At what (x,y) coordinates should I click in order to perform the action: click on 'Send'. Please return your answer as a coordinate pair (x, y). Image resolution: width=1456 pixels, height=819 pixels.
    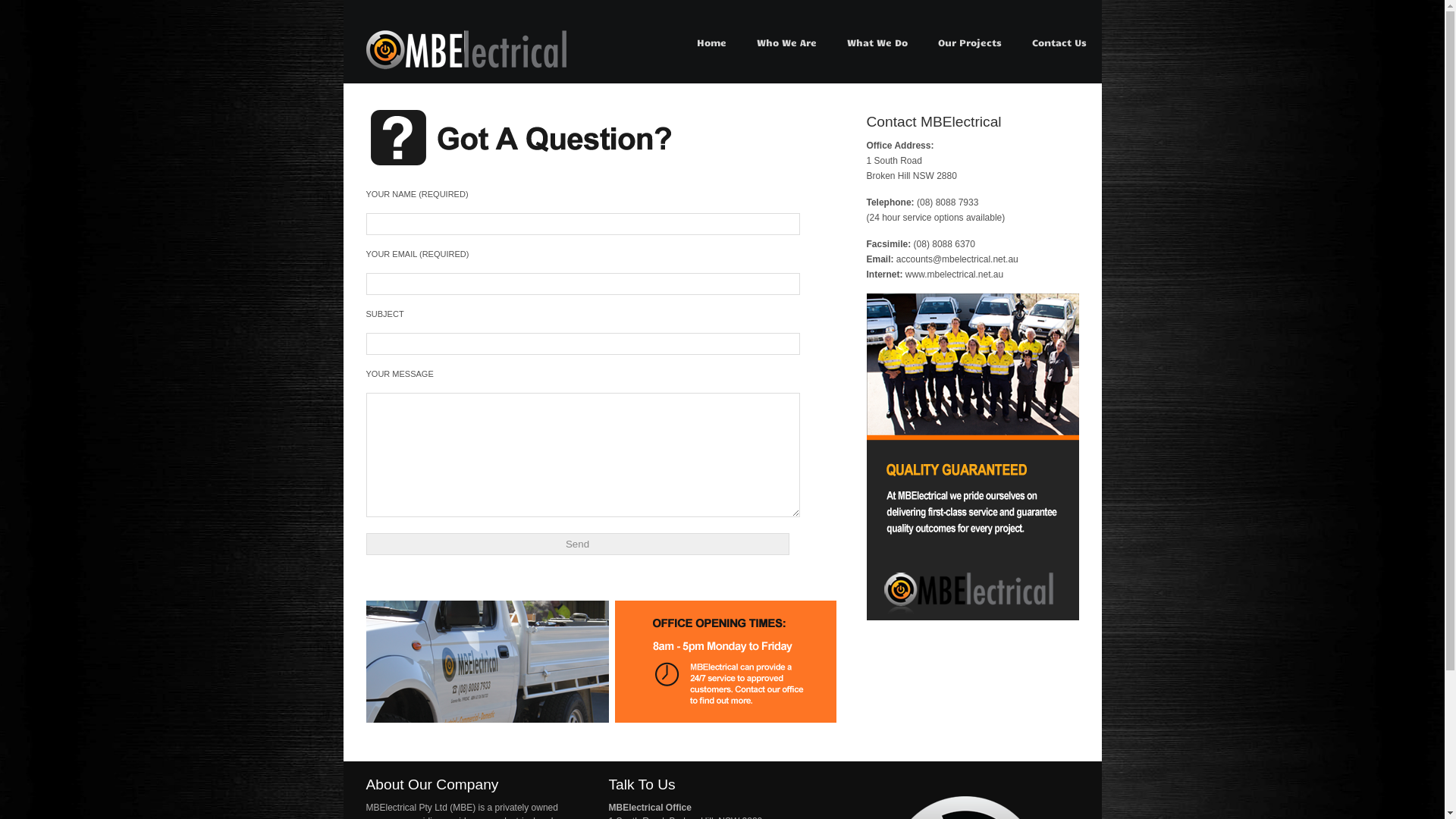
    Looking at the image, I should click on (576, 543).